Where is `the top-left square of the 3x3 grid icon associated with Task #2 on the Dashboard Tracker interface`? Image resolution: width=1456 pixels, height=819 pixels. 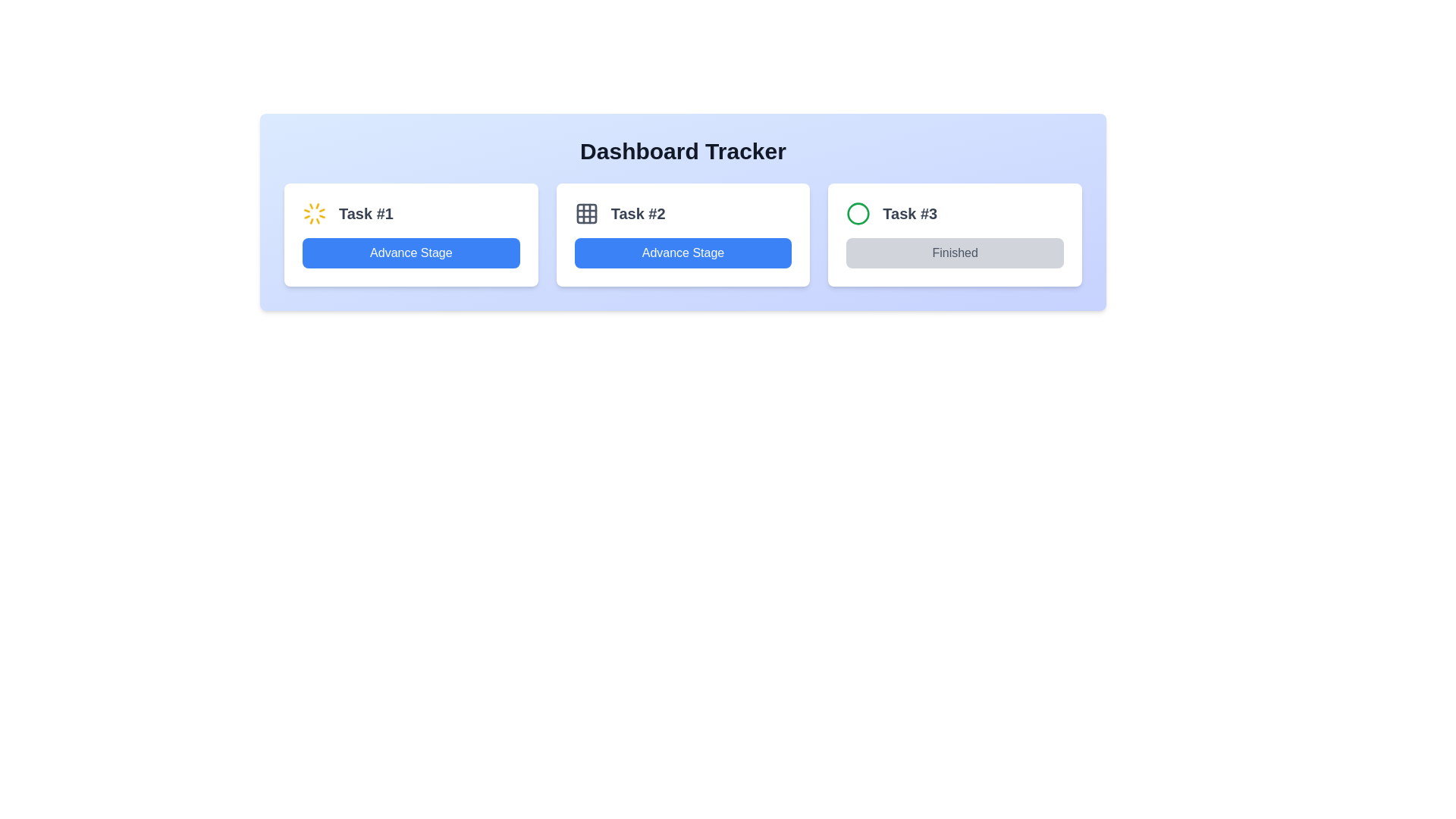 the top-left square of the 3x3 grid icon associated with Task #2 on the Dashboard Tracker interface is located at coordinates (585, 213).